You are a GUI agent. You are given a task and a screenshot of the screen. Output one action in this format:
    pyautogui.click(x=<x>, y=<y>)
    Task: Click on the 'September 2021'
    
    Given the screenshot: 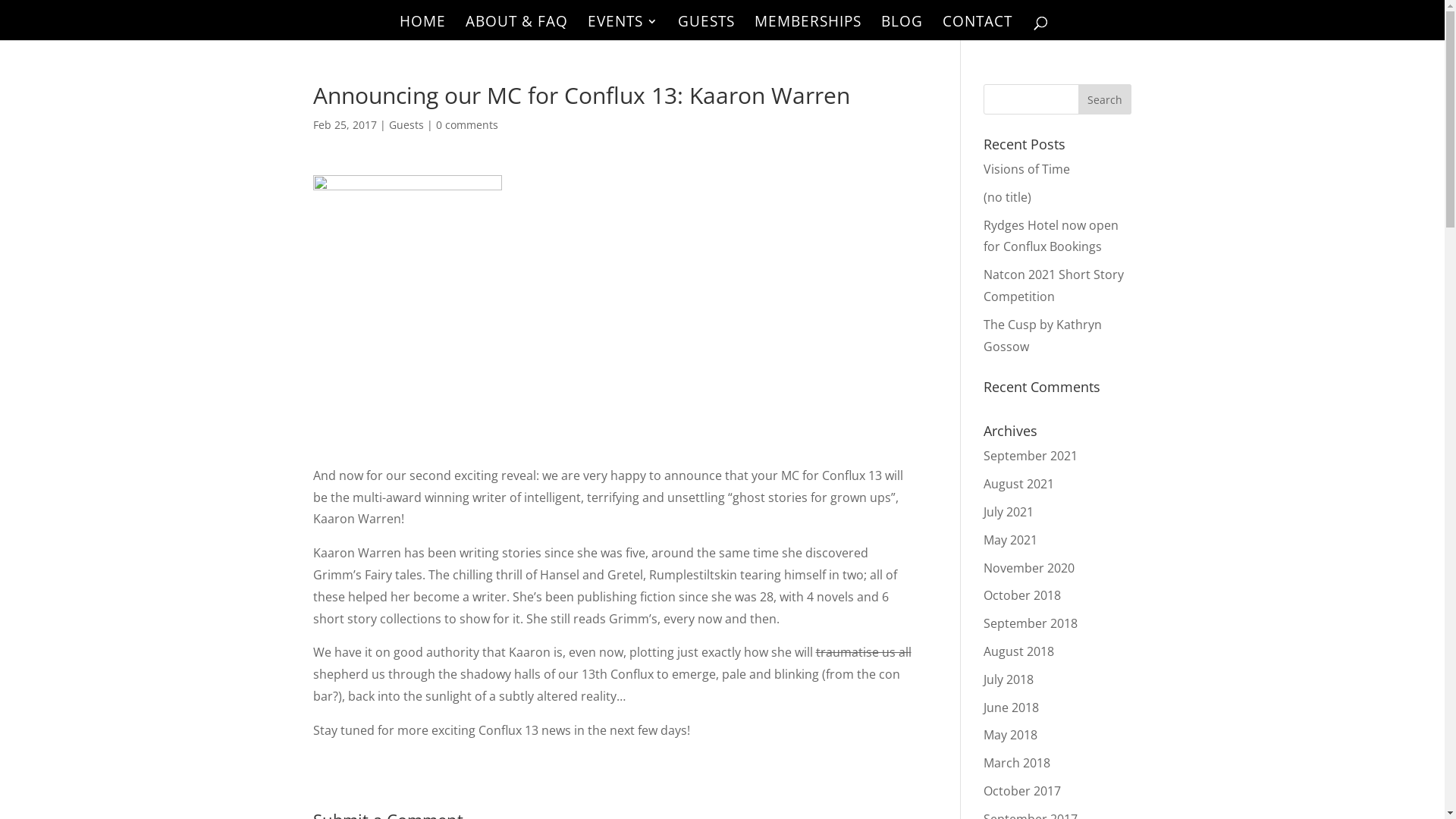 What is the action you would take?
    pyautogui.click(x=1030, y=455)
    